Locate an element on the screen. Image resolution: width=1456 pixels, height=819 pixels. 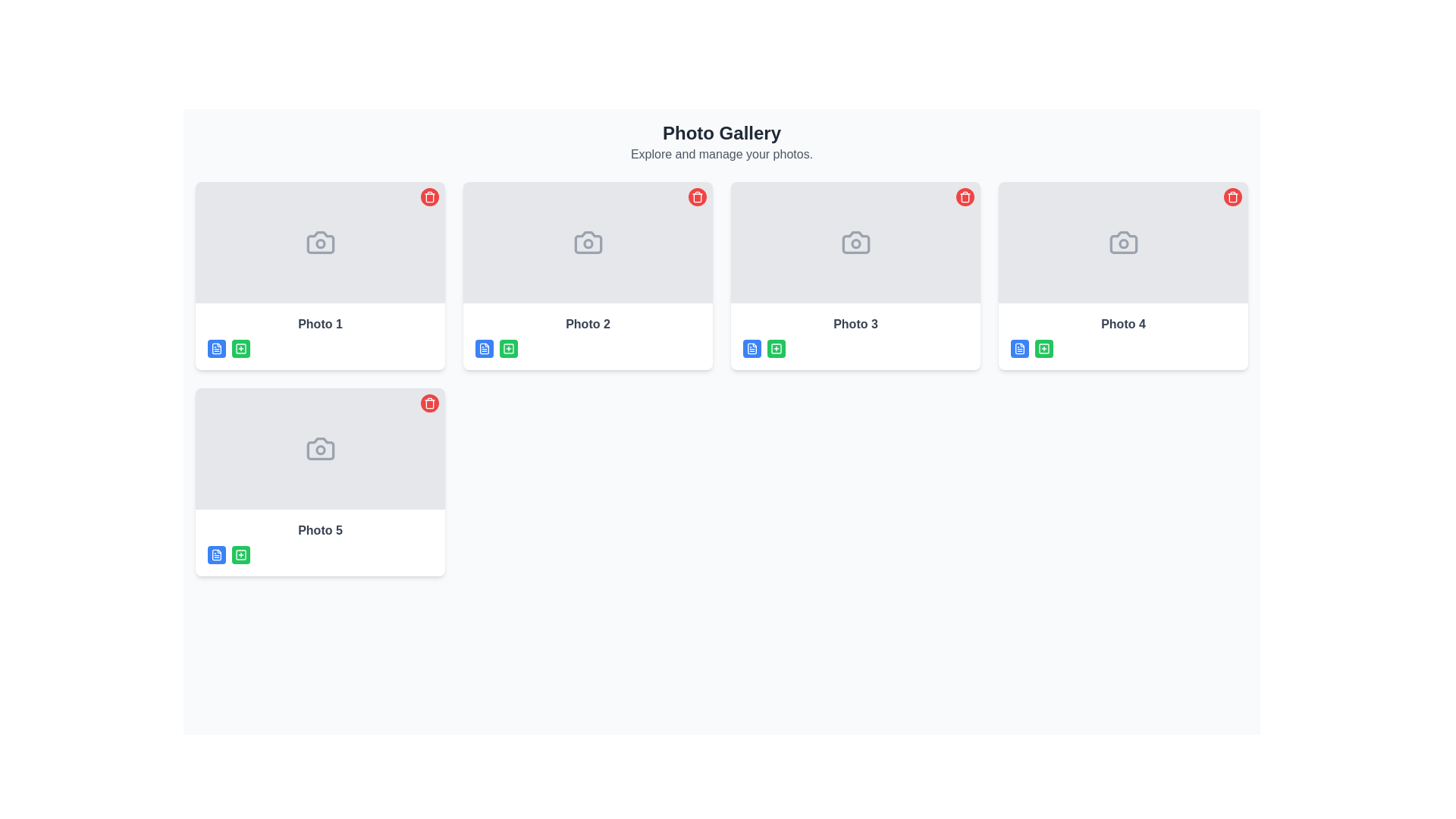
the small blue button with a document icon located at the bottom-left corner of the 'Photo 2' card to potentially display a tooltip is located at coordinates (483, 348).